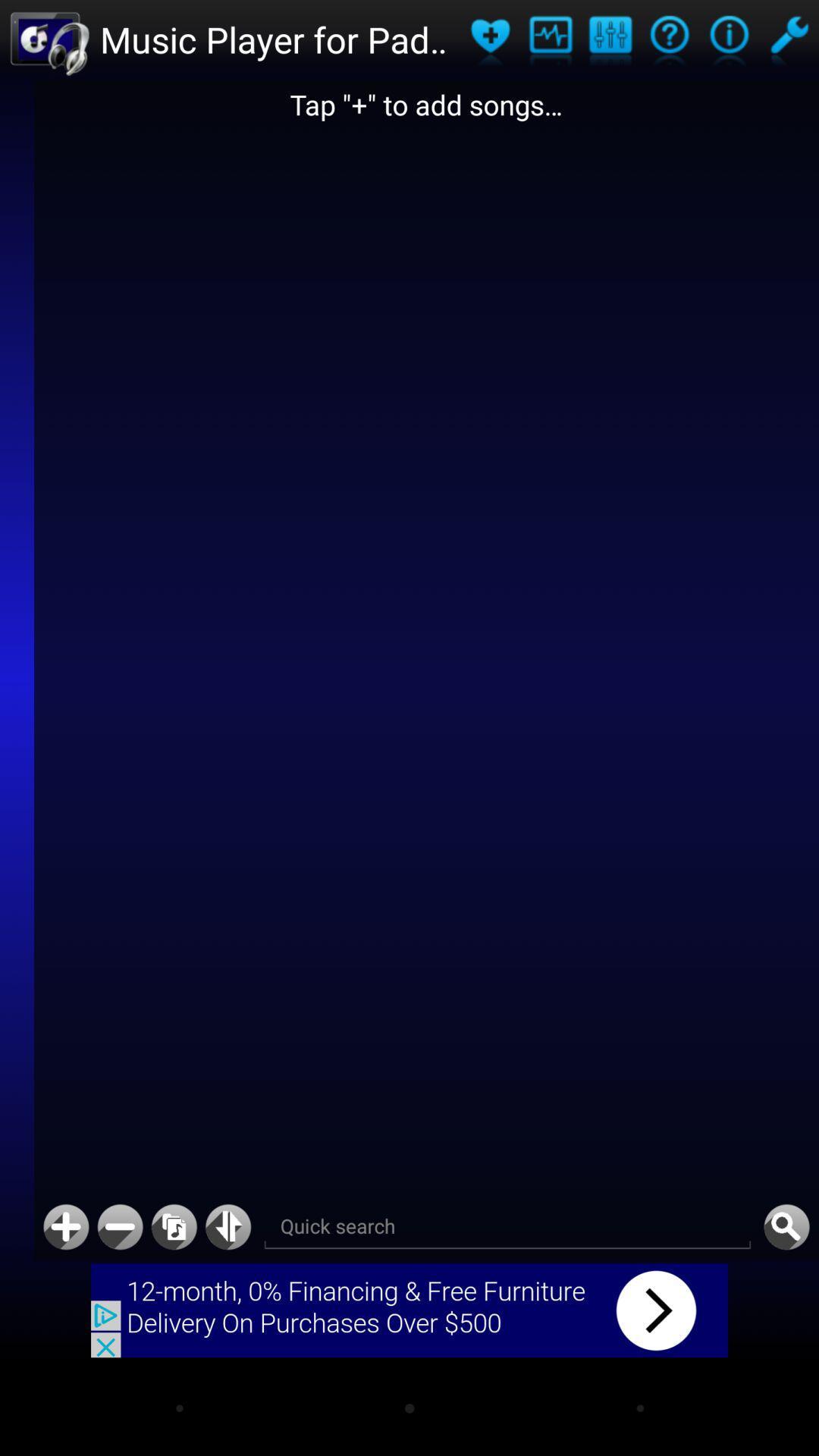  I want to click on return, so click(173, 1227).